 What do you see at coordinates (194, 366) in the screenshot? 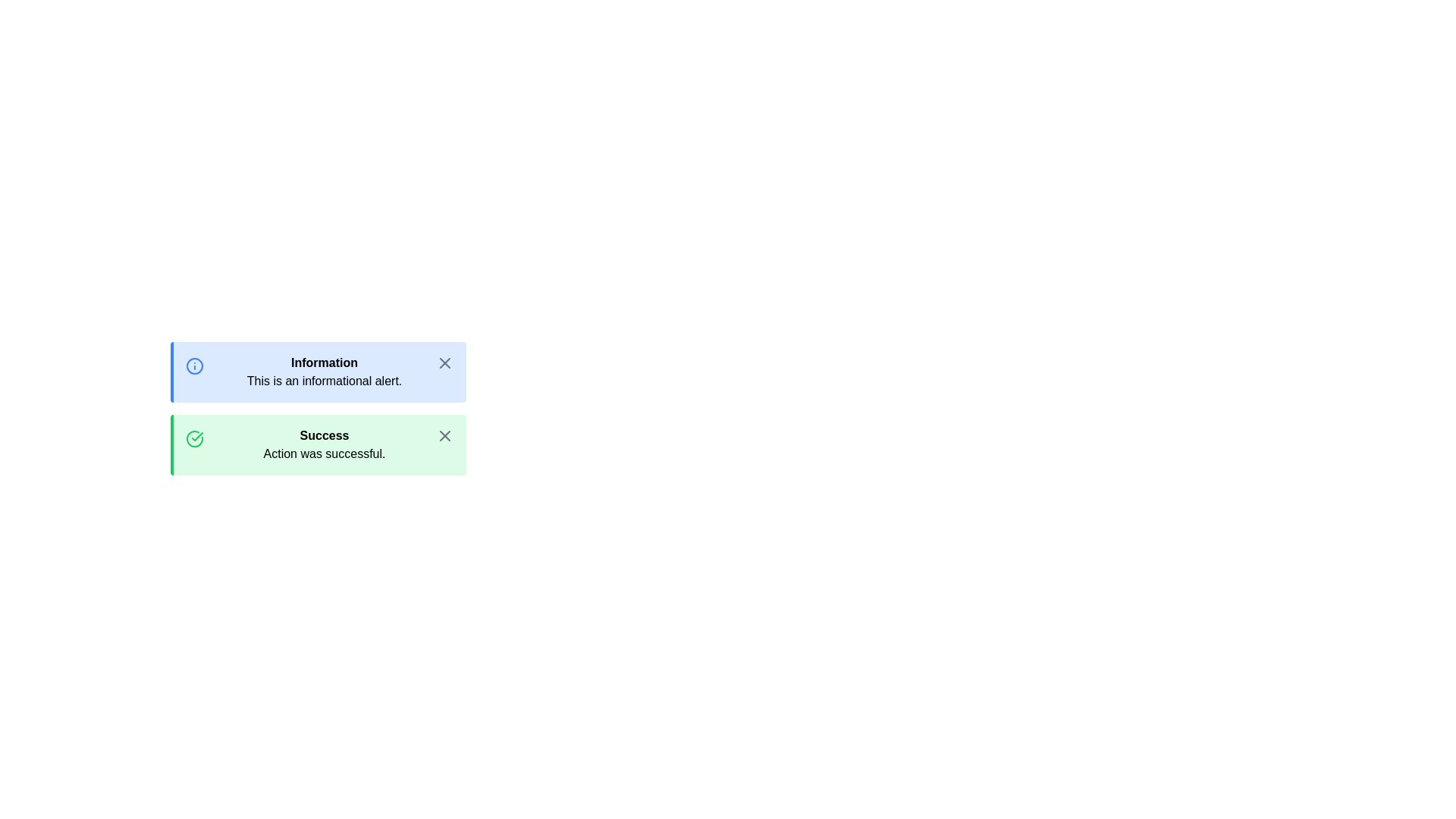
I see `the informational icon located at the top-left corner of the blue alert box titled 'Information'` at bounding box center [194, 366].